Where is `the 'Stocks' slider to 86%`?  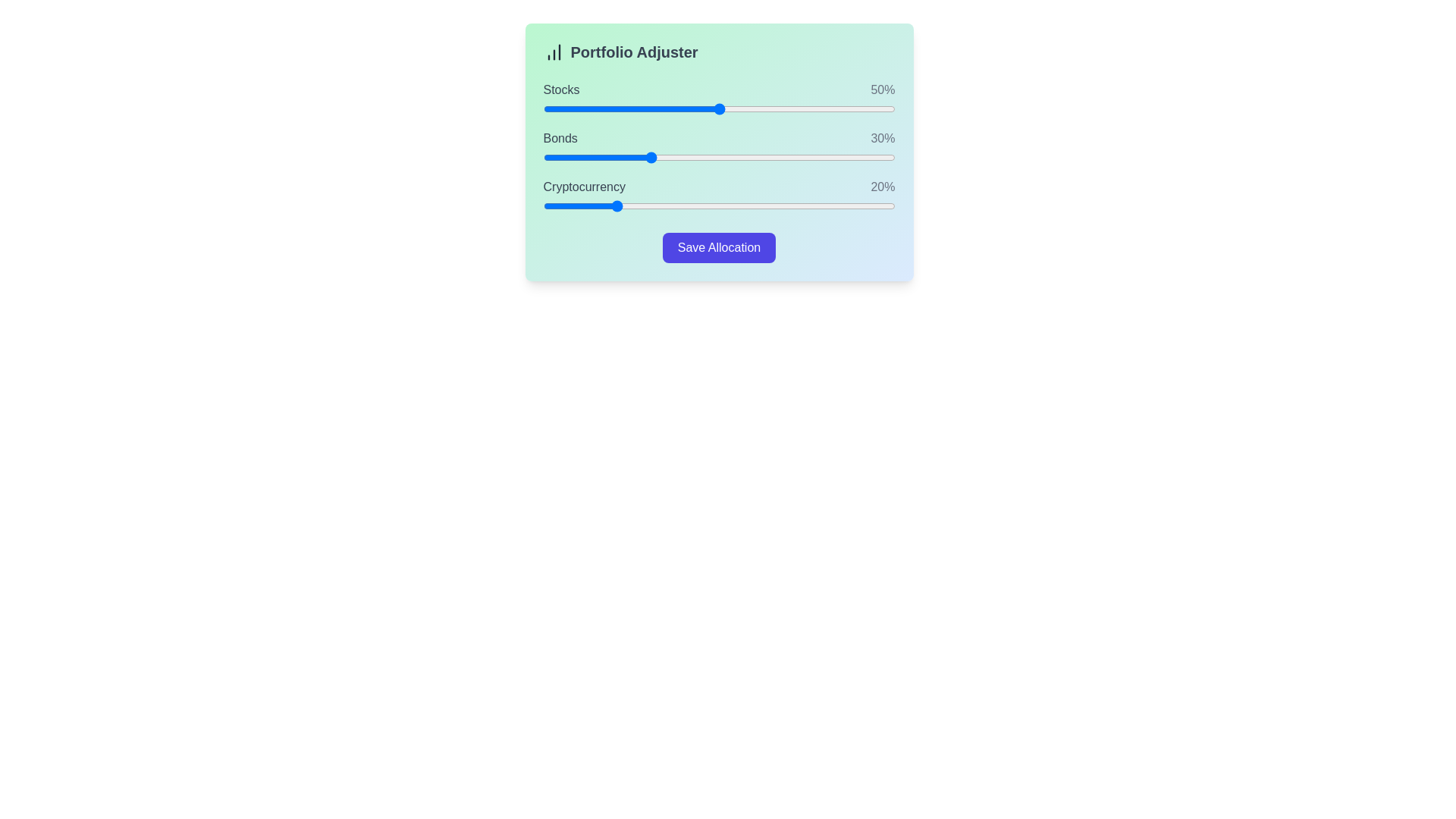 the 'Stocks' slider to 86% is located at coordinates (845, 108).